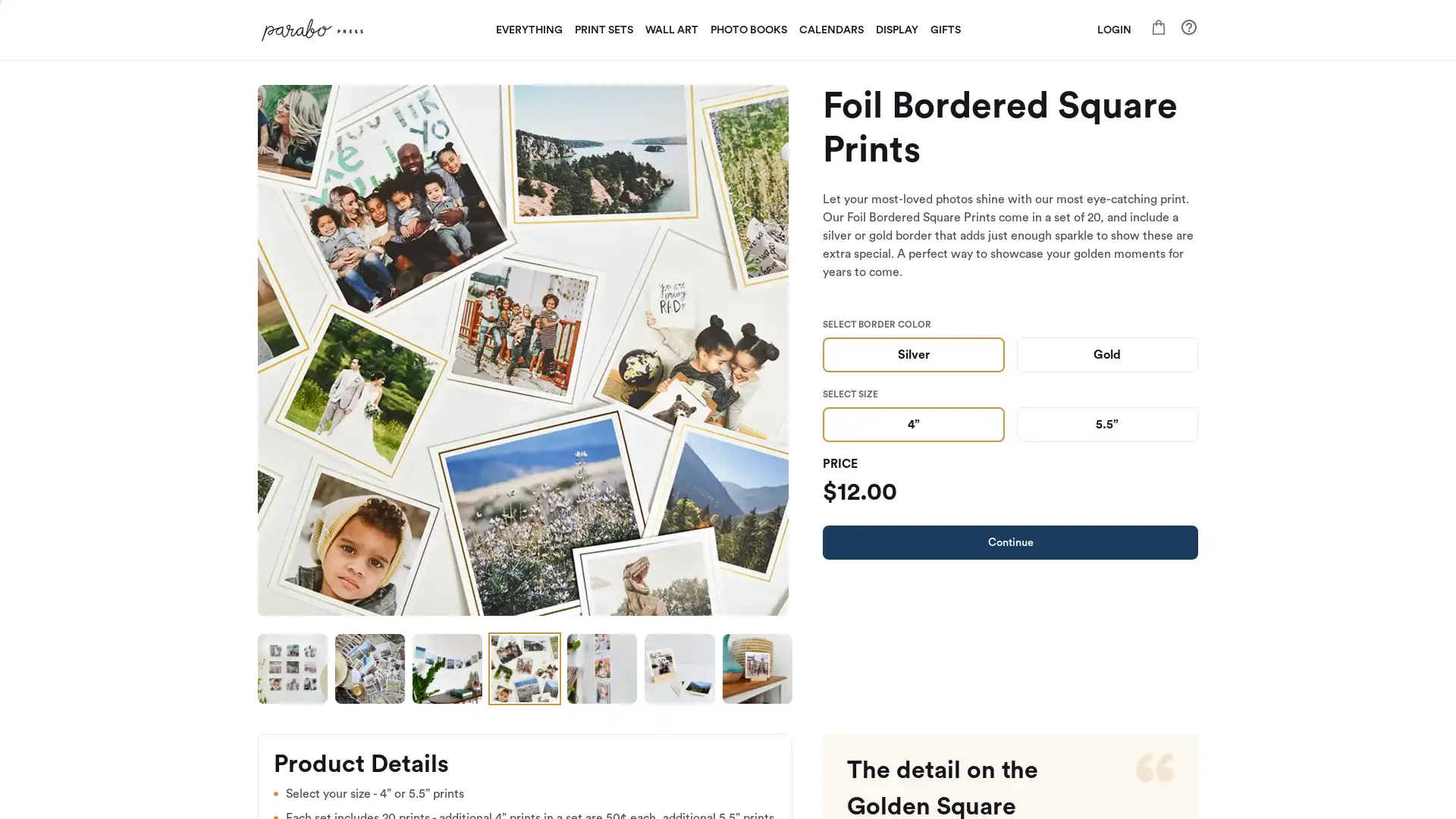 The width and height of the screenshot is (1456, 819). What do you see at coordinates (679, 668) in the screenshot?
I see `slide dot` at bounding box center [679, 668].